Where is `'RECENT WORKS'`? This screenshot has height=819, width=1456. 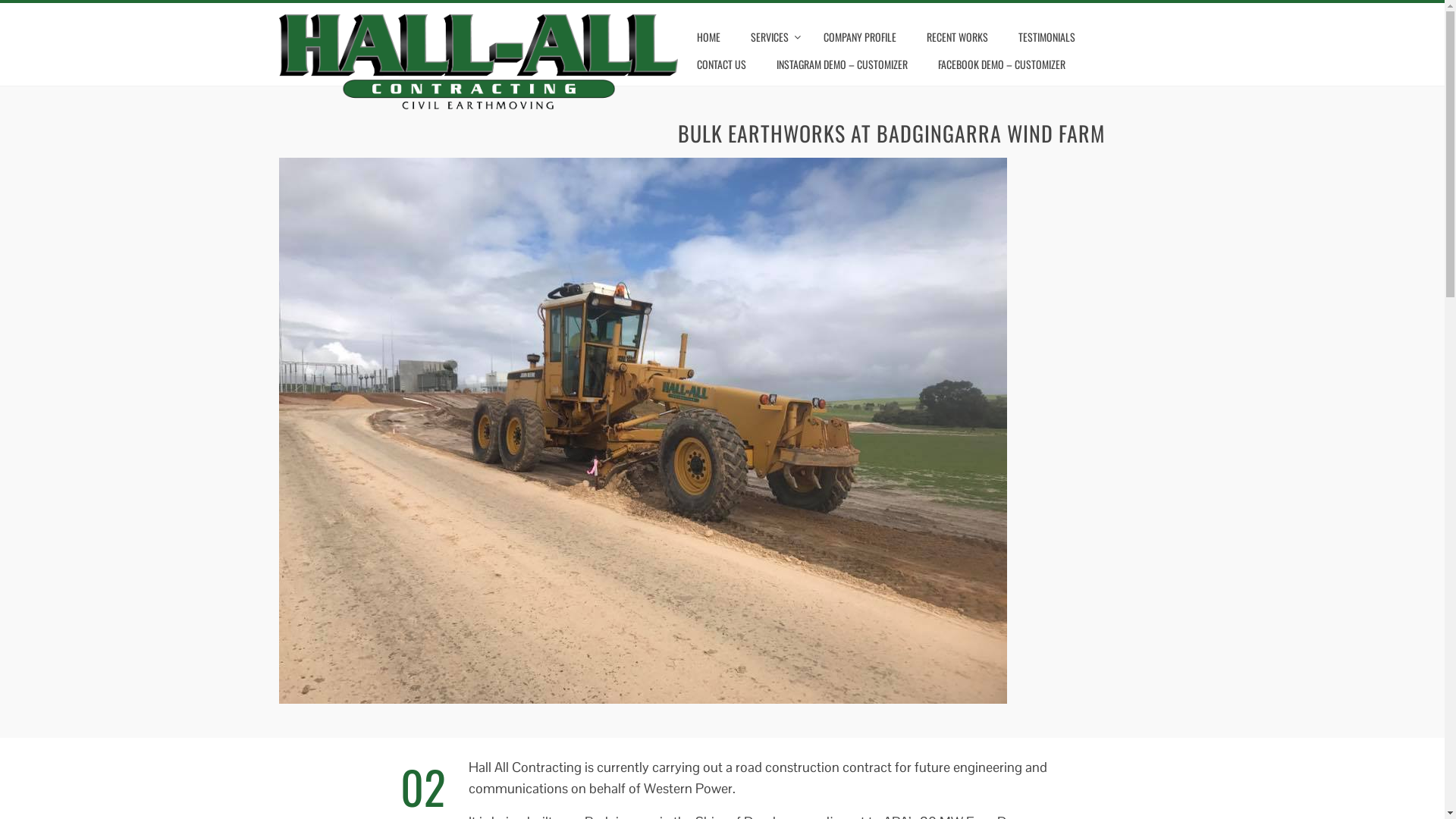
'RECENT WORKS' is located at coordinates (956, 36).